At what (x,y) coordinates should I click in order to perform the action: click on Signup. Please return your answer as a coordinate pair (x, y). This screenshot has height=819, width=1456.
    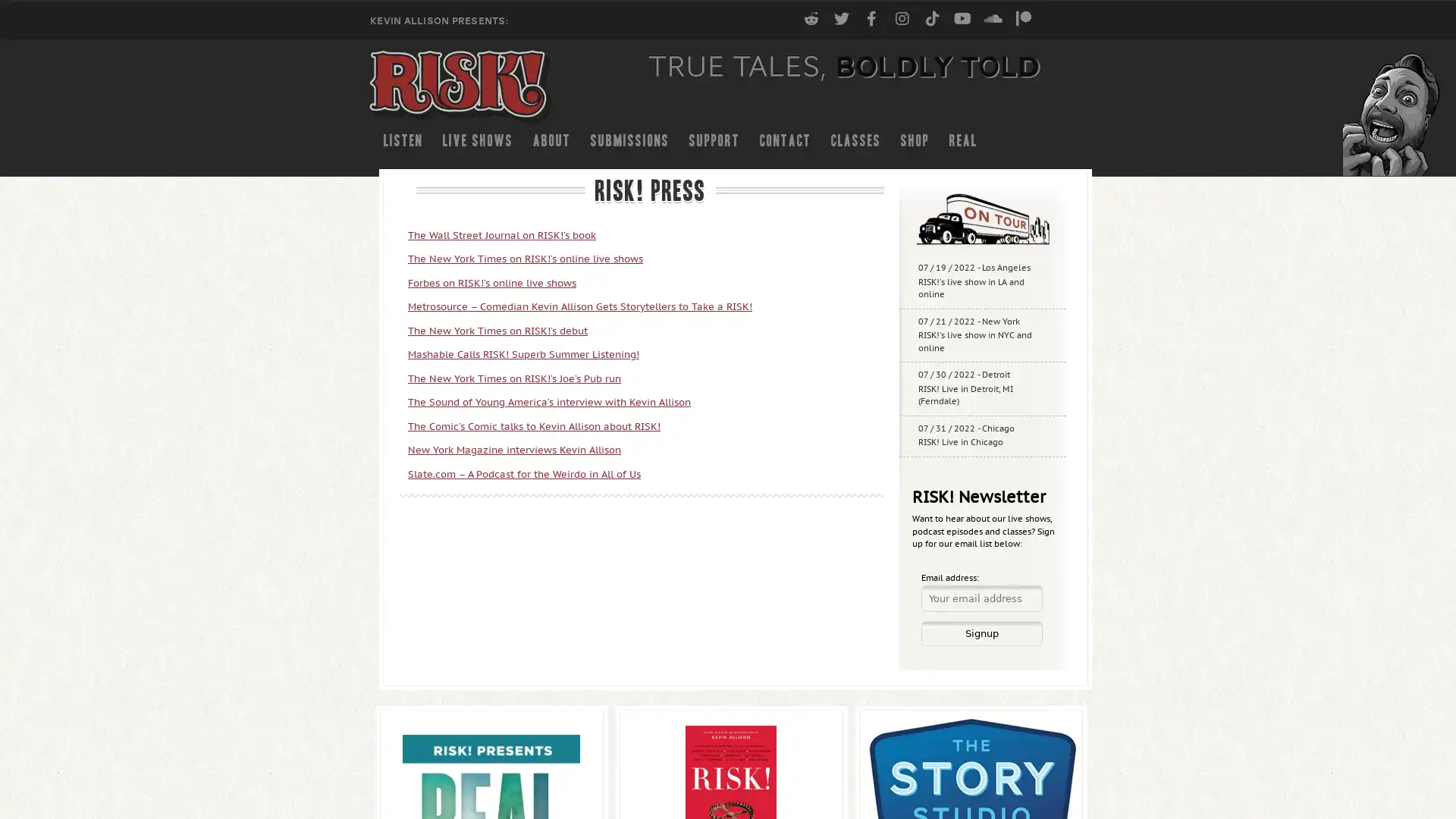
    Looking at the image, I should click on (982, 632).